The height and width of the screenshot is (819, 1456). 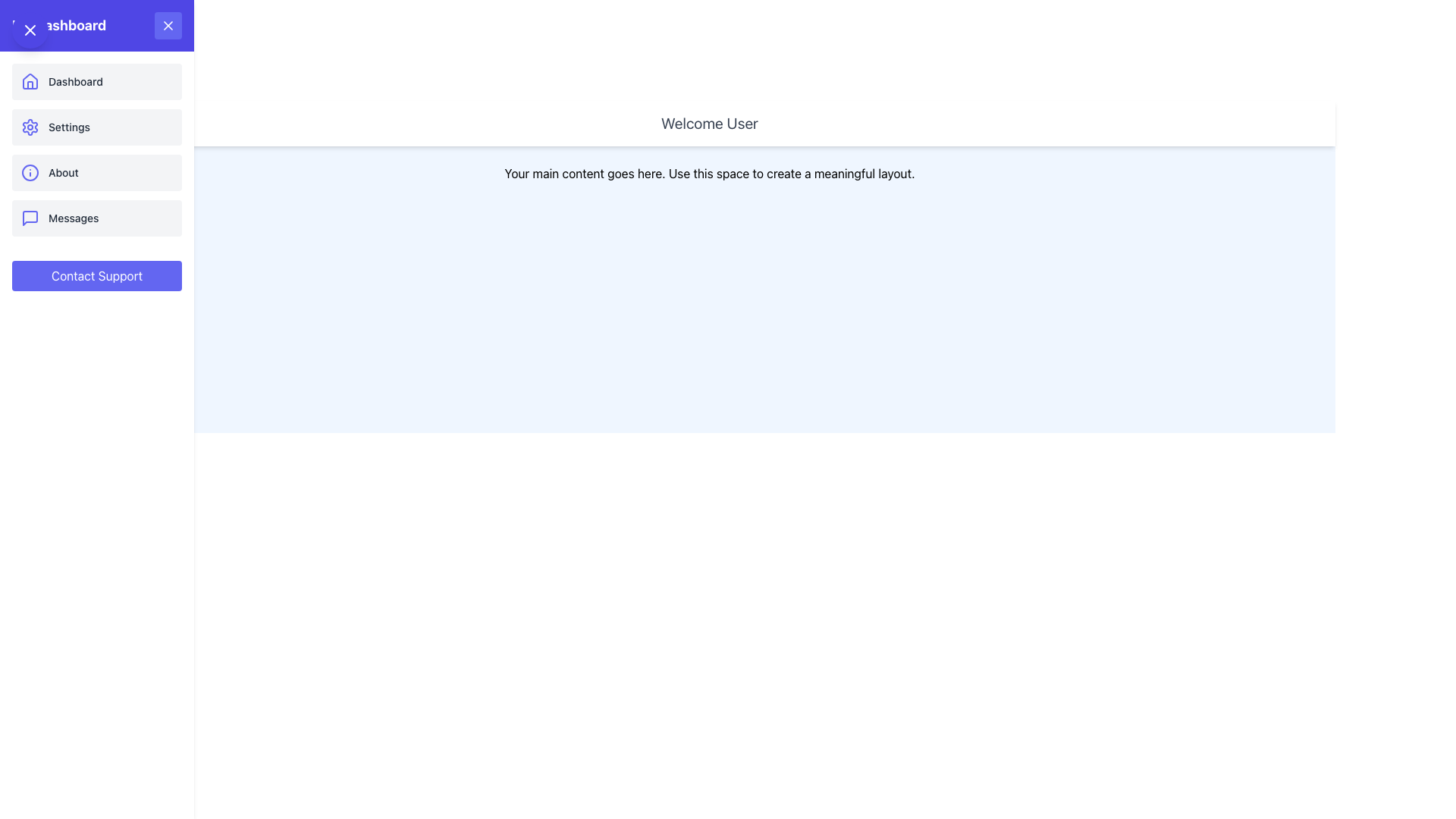 I want to click on the 'Messages' text label, which is the third label in the vertical navigation bar, situated below the 'About' label and above the 'Contact Support' button, so click(x=73, y=218).